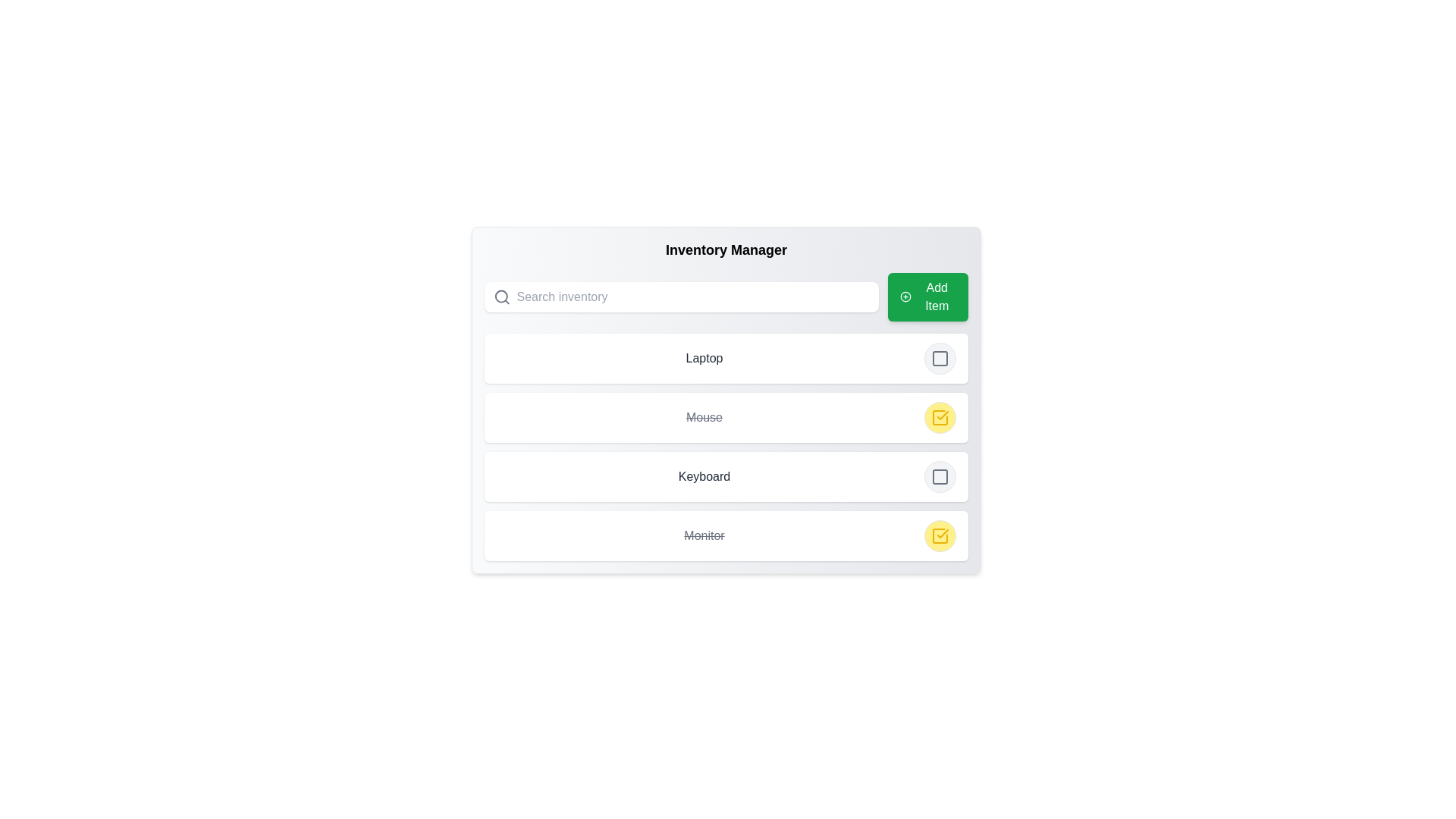  What do you see at coordinates (939, 535) in the screenshot?
I see `the Iconic button that marks the list item 'Monitor' as selected or completed` at bounding box center [939, 535].